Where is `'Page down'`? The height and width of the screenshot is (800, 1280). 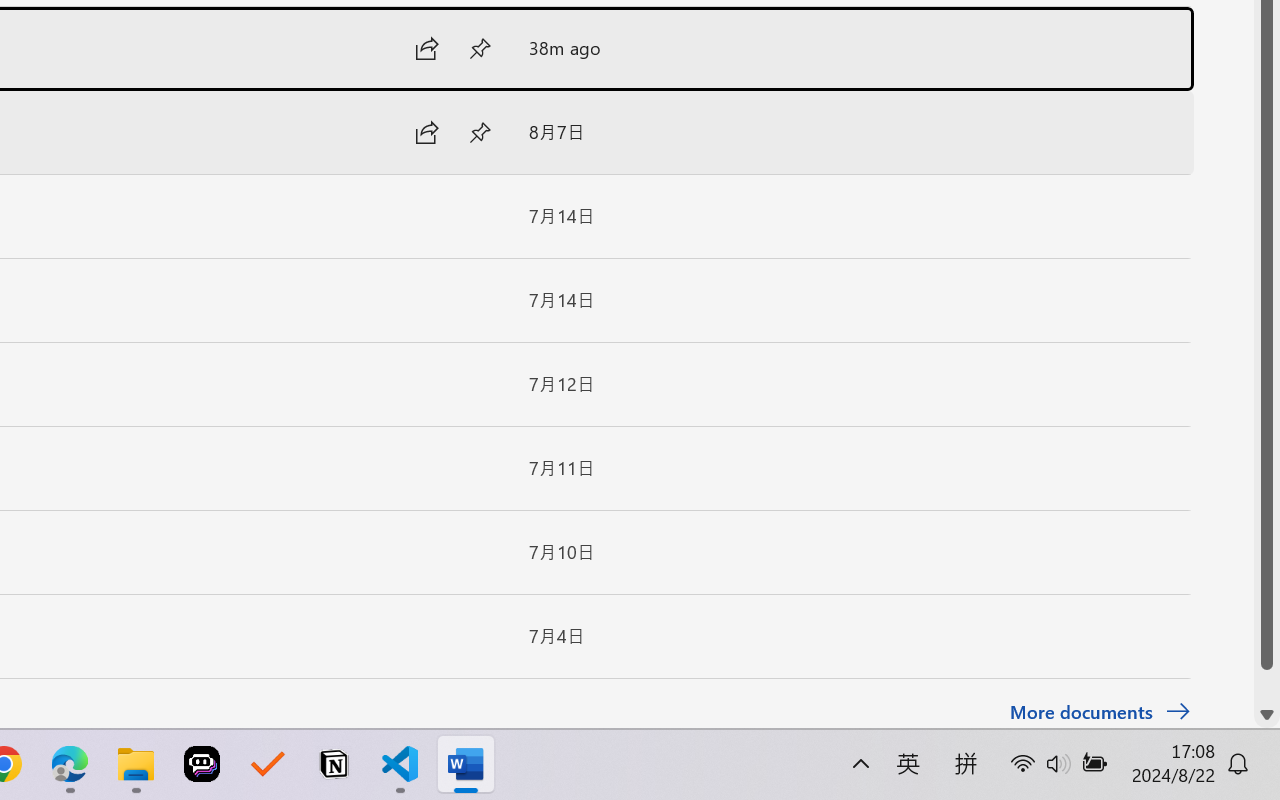 'Page down' is located at coordinates (1266, 686).